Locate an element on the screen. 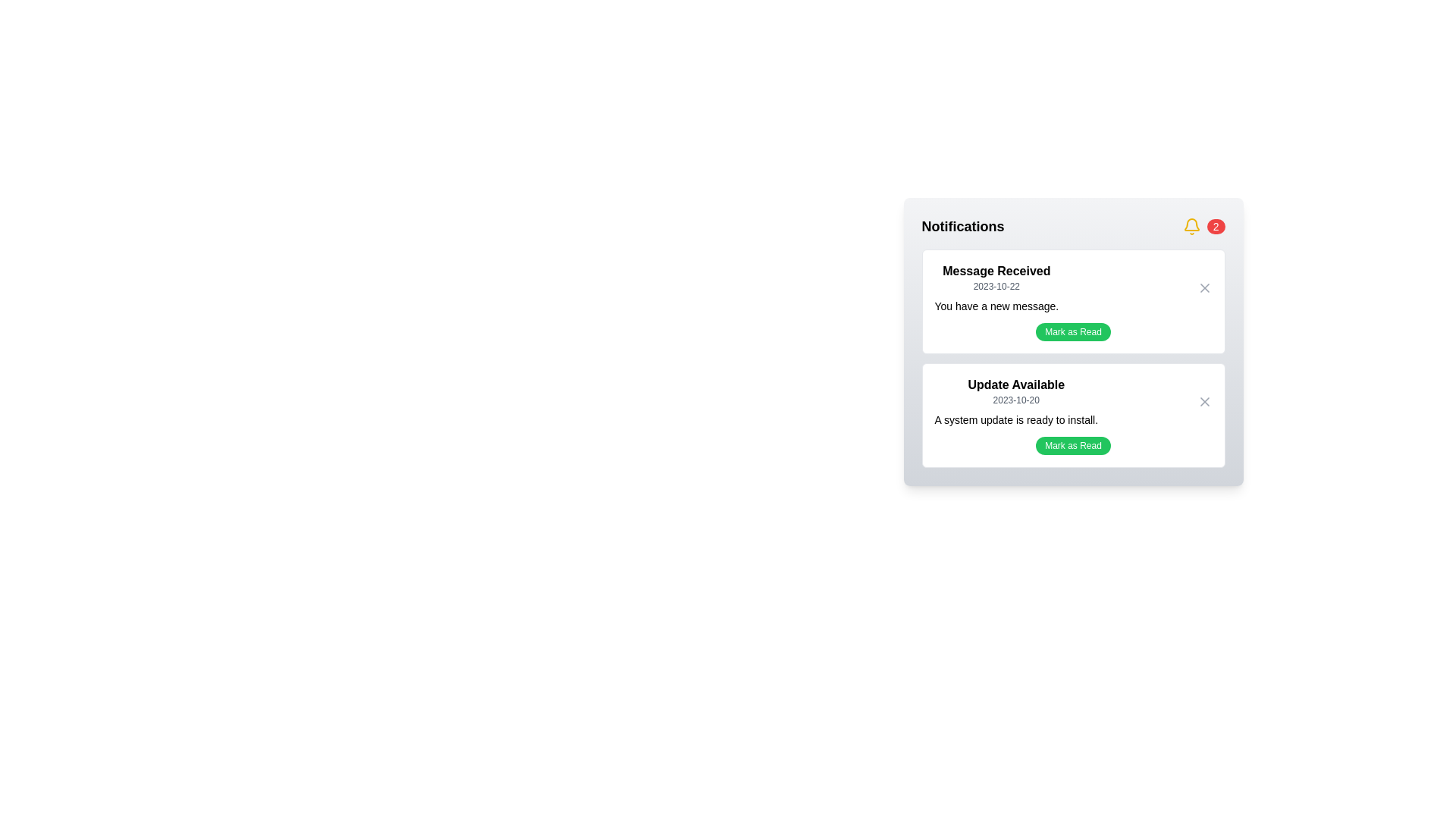 This screenshot has height=819, width=1456. the close icon in the top-right corner of the 'Message Received' notification card is located at coordinates (1203, 288).